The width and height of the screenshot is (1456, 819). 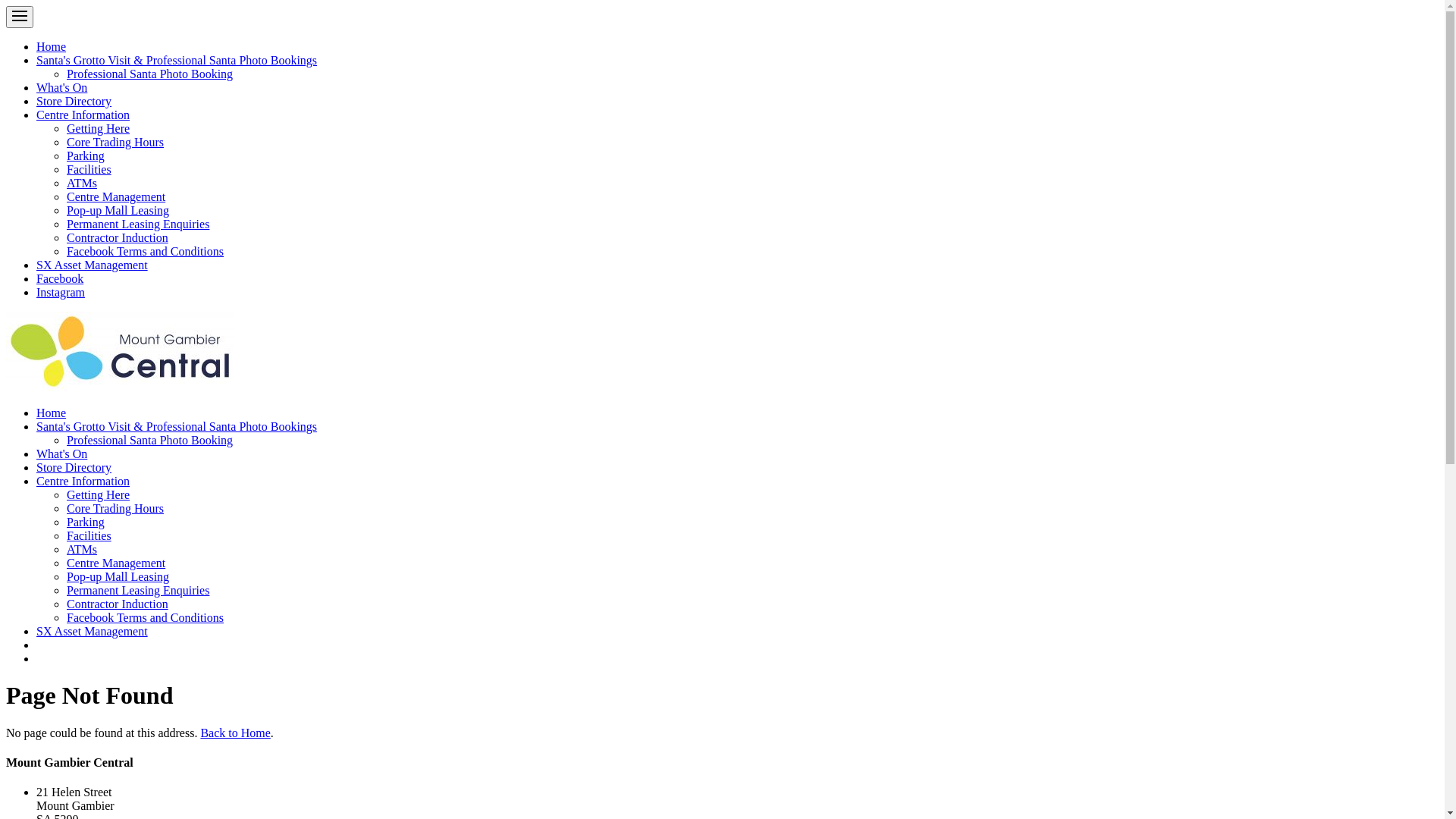 What do you see at coordinates (115, 196) in the screenshot?
I see `'Centre Management'` at bounding box center [115, 196].